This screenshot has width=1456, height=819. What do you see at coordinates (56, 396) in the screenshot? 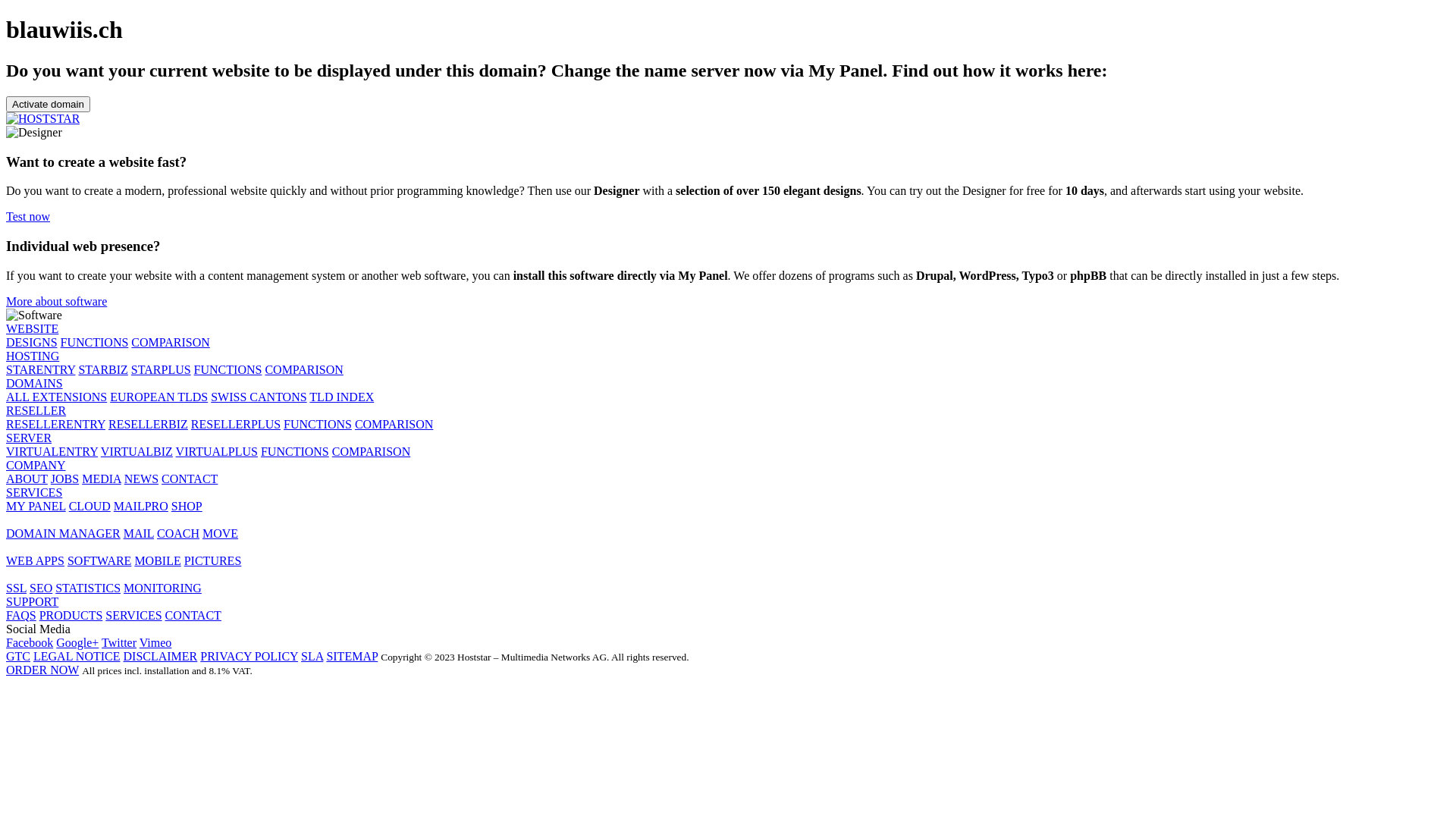
I see `'ALL EXTENSIONS'` at bounding box center [56, 396].